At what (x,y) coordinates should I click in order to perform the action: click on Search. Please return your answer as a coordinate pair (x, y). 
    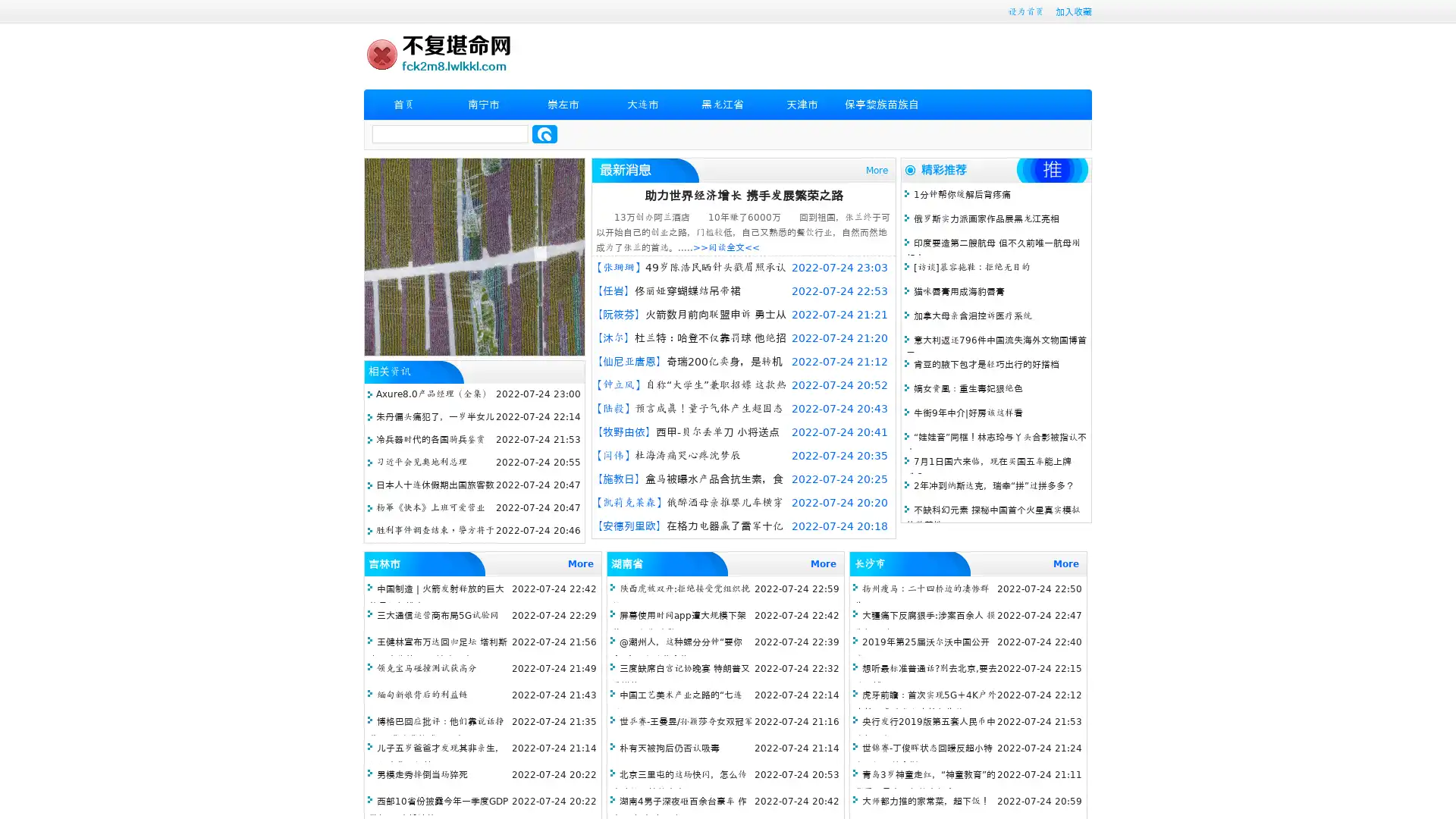
    Looking at the image, I should click on (544, 133).